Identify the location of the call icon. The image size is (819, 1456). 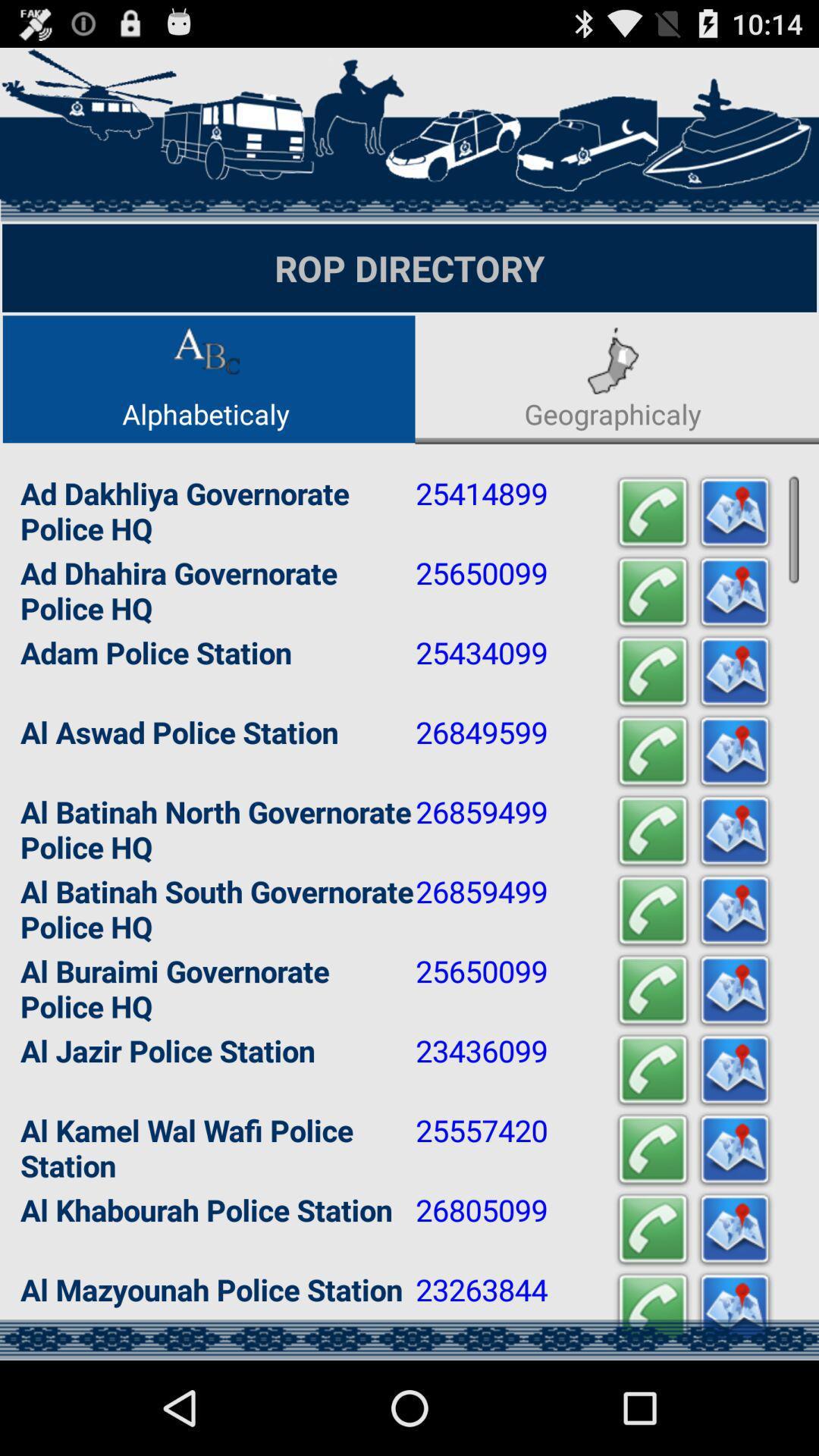
(651, 890).